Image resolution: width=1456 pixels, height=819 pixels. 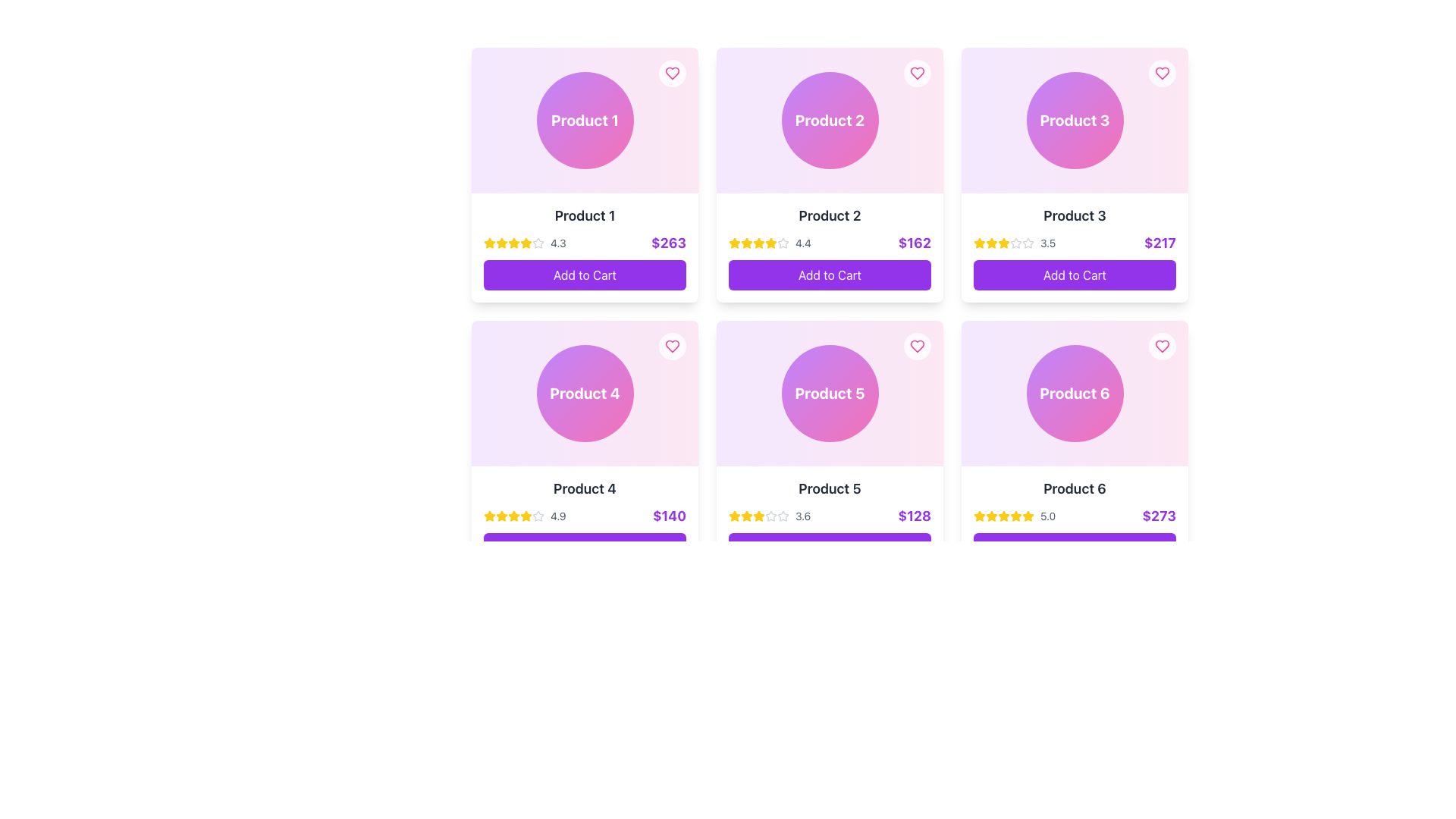 What do you see at coordinates (759, 242) in the screenshot?
I see `the fourth yellow filled star icon in the rating component below 'Product 2' and the rating score '4.4'` at bounding box center [759, 242].